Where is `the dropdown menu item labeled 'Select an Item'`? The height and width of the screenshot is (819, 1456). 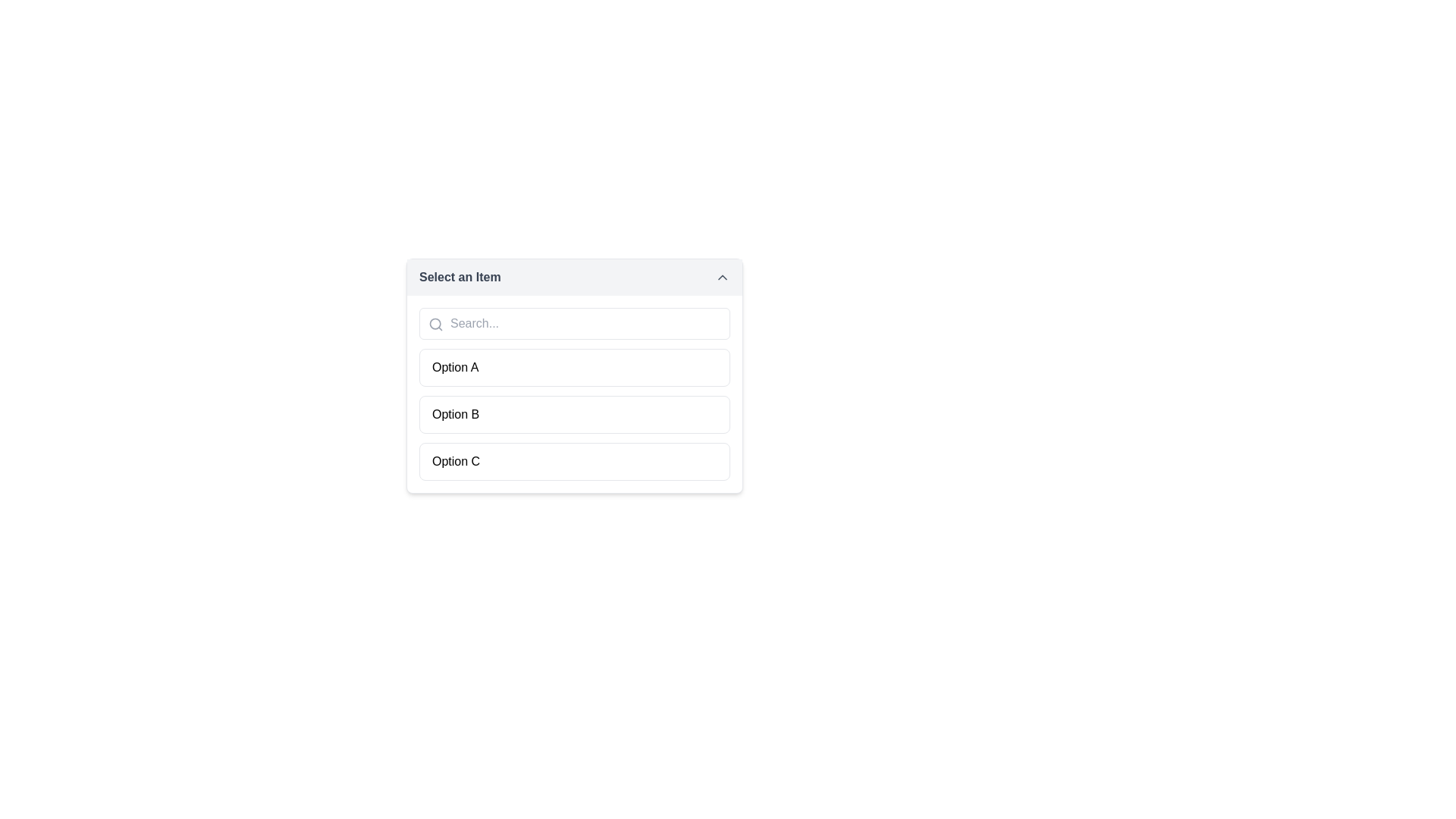 the dropdown menu item labeled 'Select an Item' is located at coordinates (574, 375).